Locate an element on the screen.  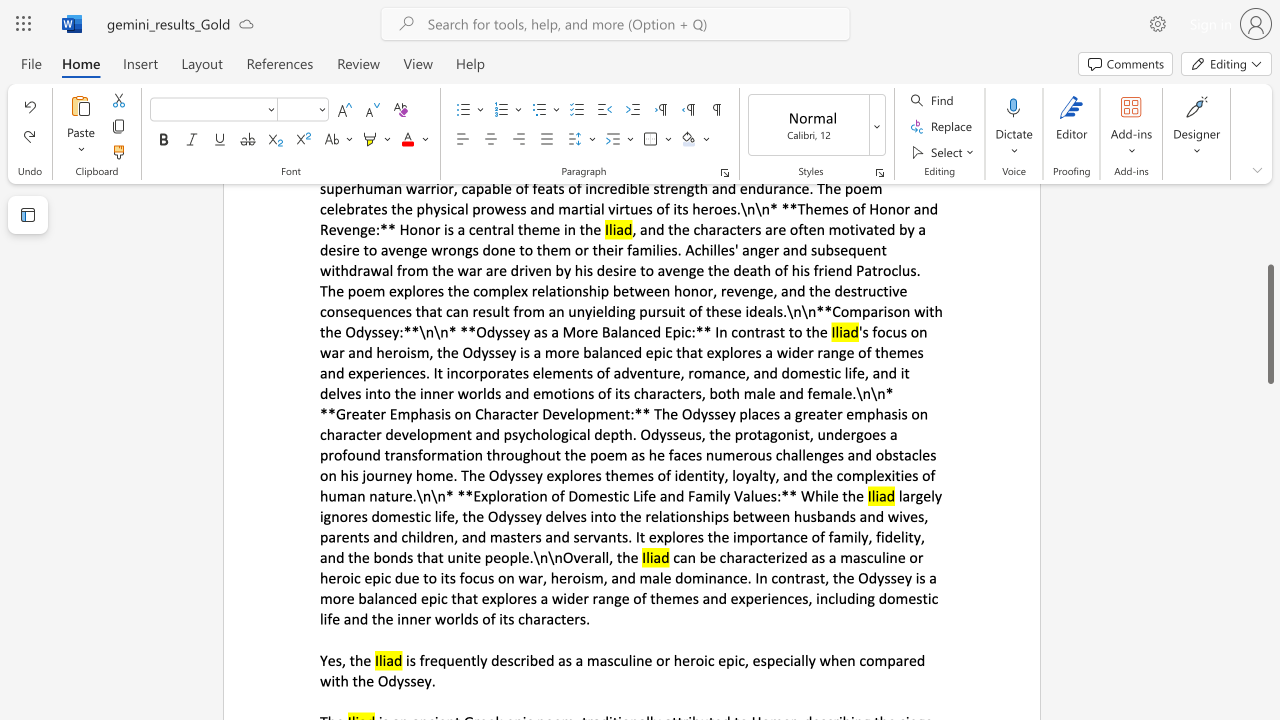
the scrollbar and move down 1010 pixels is located at coordinates (1269, 323).